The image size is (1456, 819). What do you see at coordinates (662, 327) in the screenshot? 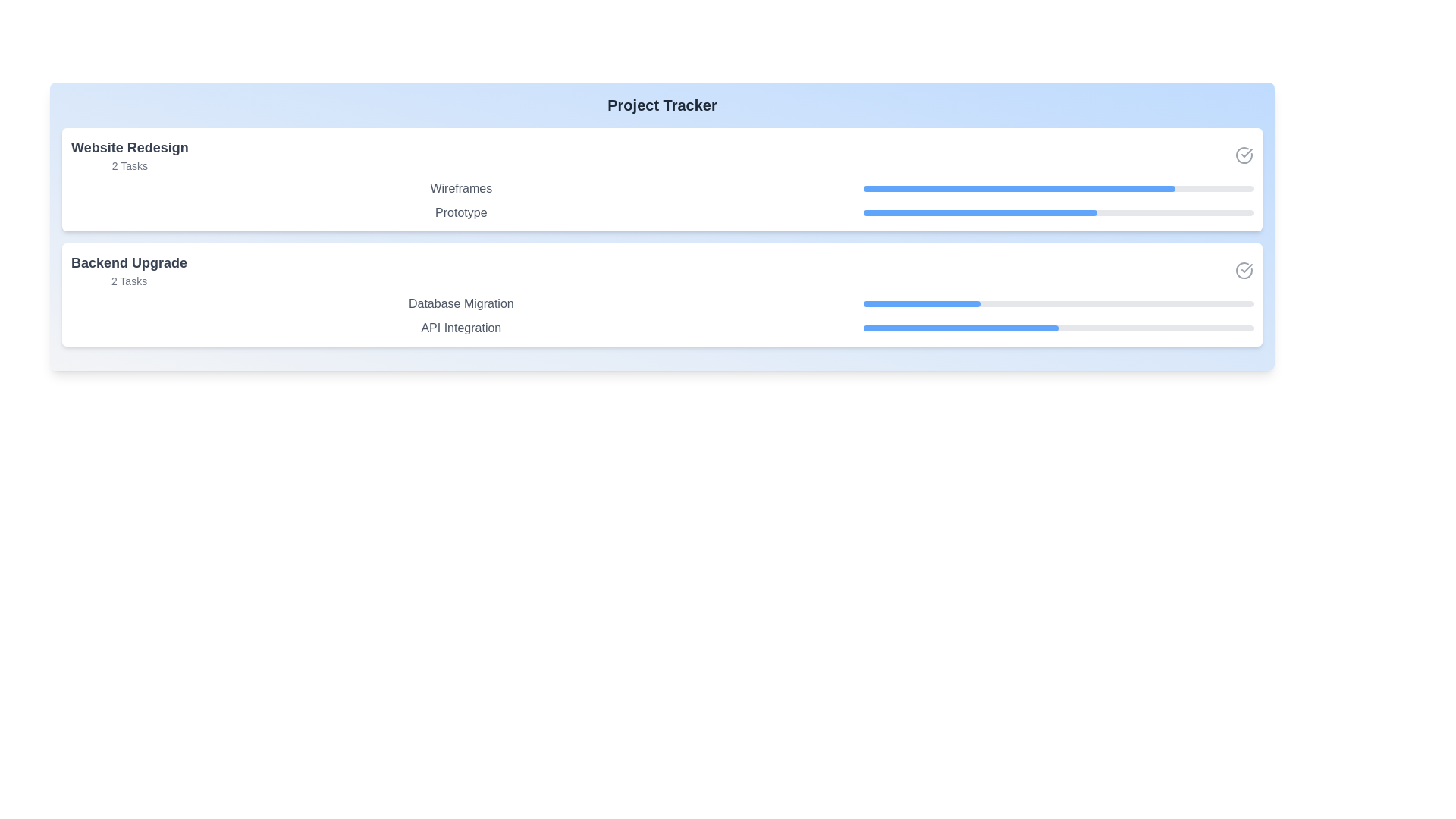
I see `details of the task item related to 'API Integration' located below the 'Database Migration' item in the 'Backend Upgrade' list by clicking on it` at bounding box center [662, 327].